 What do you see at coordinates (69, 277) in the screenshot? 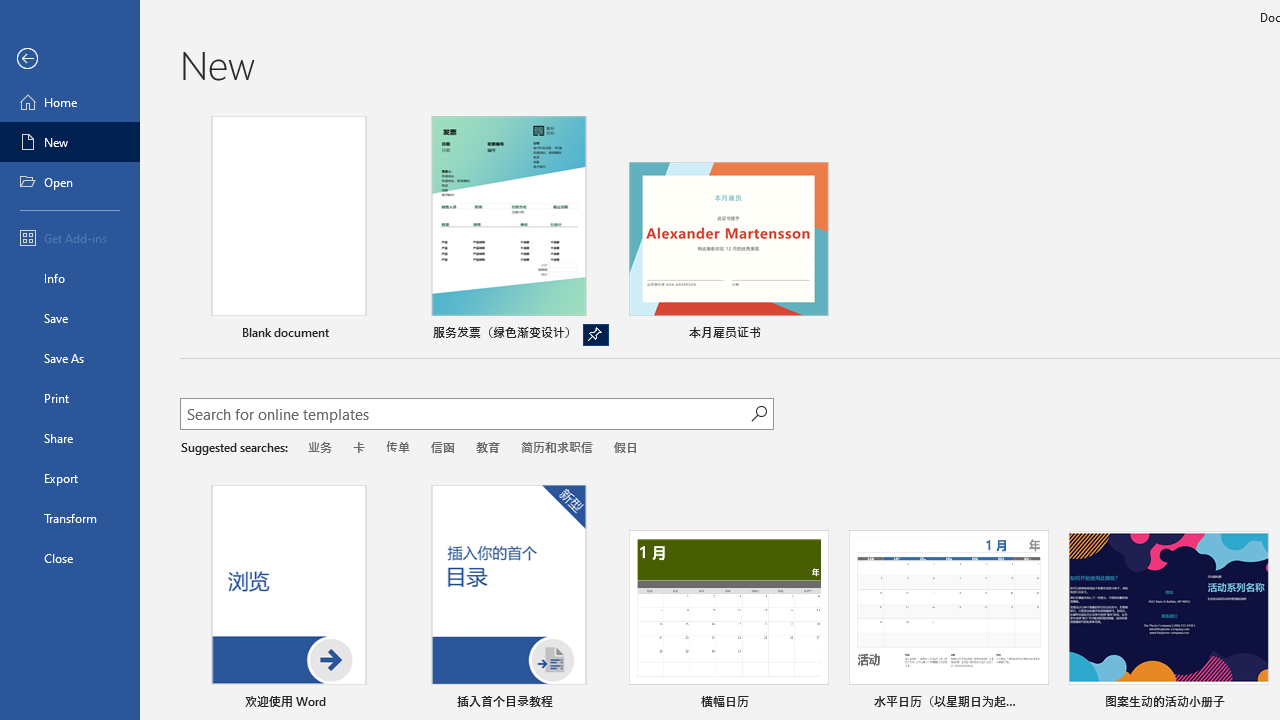
I see `'Info'` at bounding box center [69, 277].